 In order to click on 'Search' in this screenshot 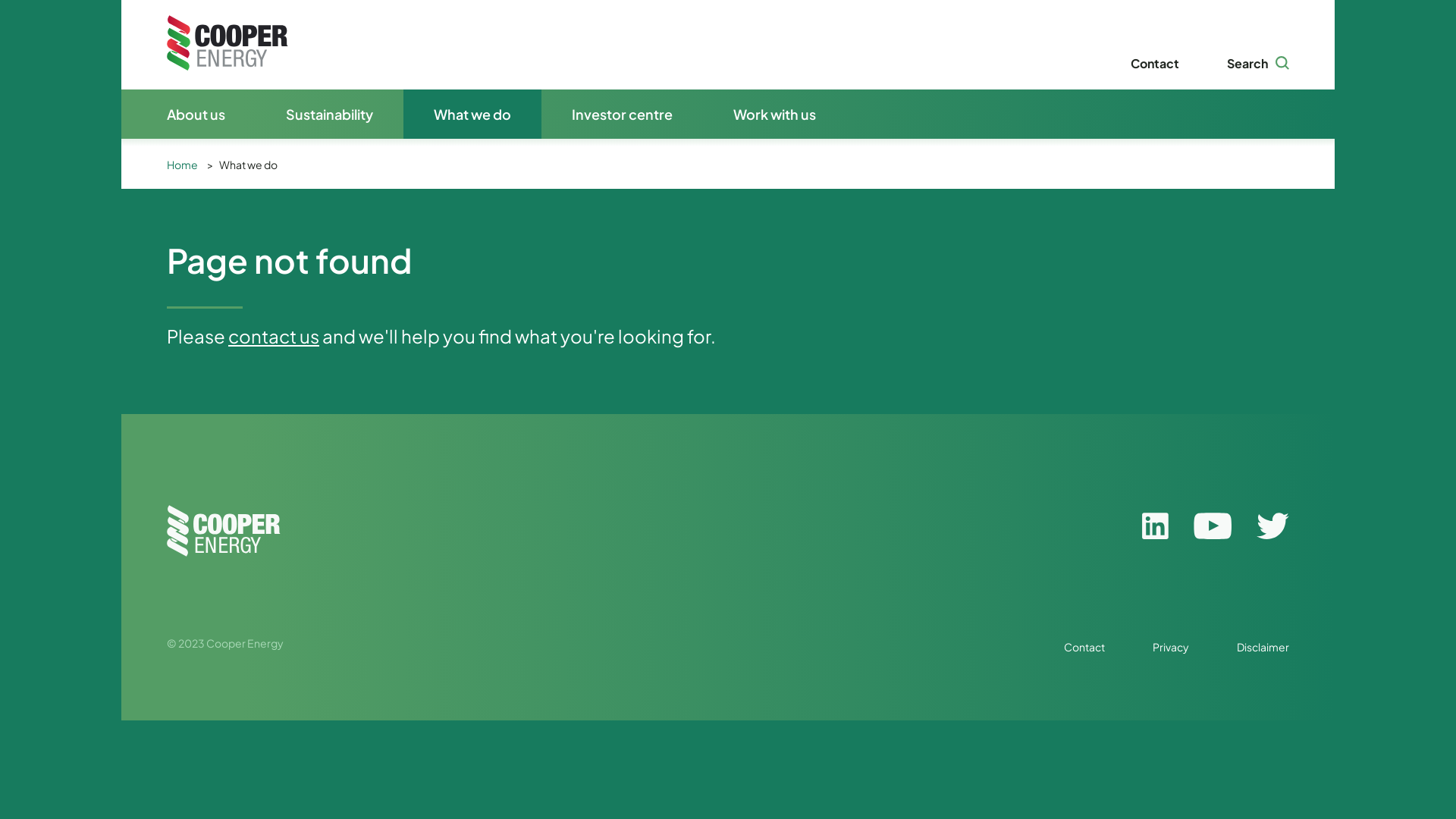, I will do `click(1258, 62)`.